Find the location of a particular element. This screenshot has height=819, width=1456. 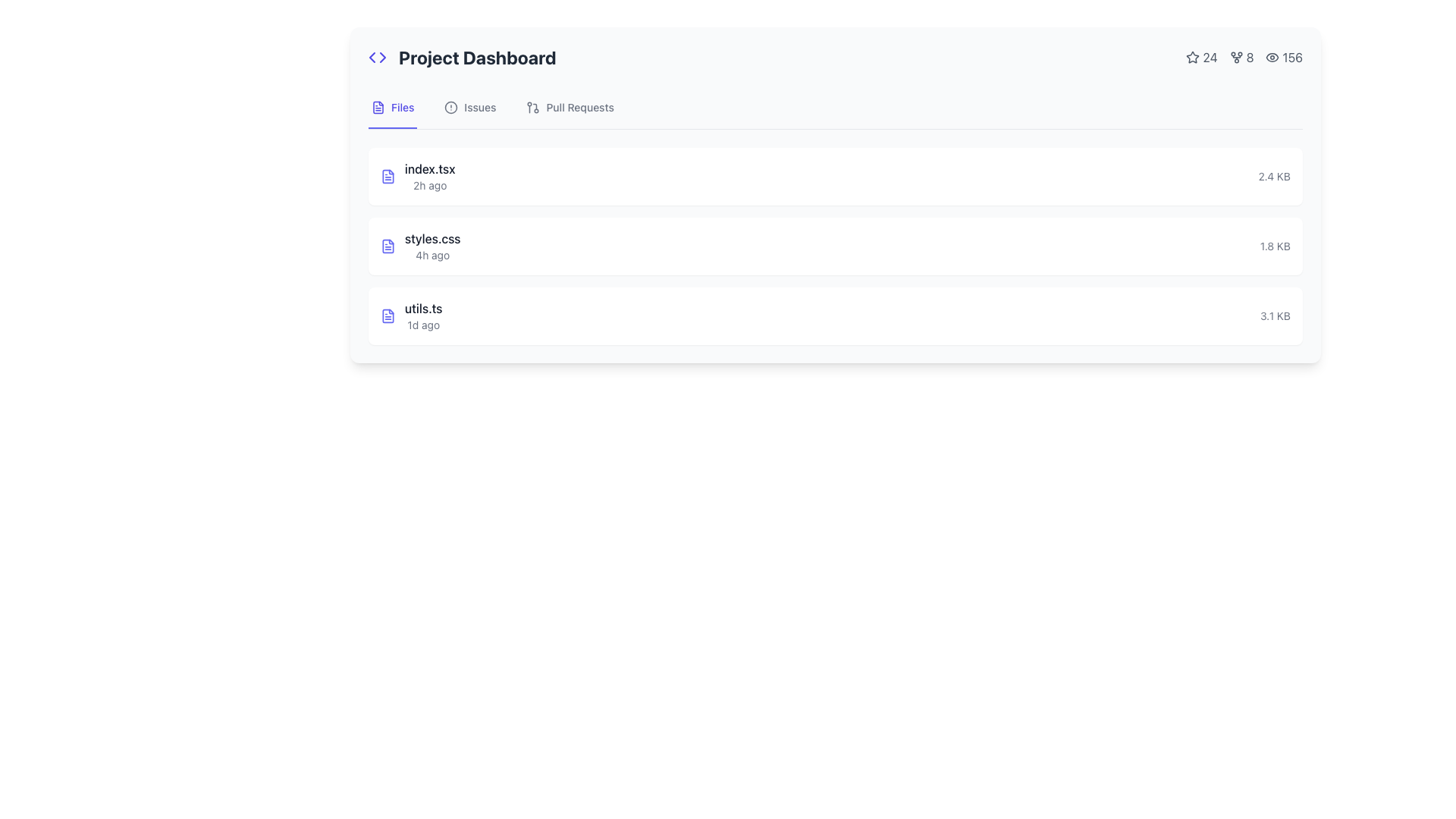

the SVG icon representing the 'index.tsx' file entry, located at the first position in the dashboard list is located at coordinates (388, 175).